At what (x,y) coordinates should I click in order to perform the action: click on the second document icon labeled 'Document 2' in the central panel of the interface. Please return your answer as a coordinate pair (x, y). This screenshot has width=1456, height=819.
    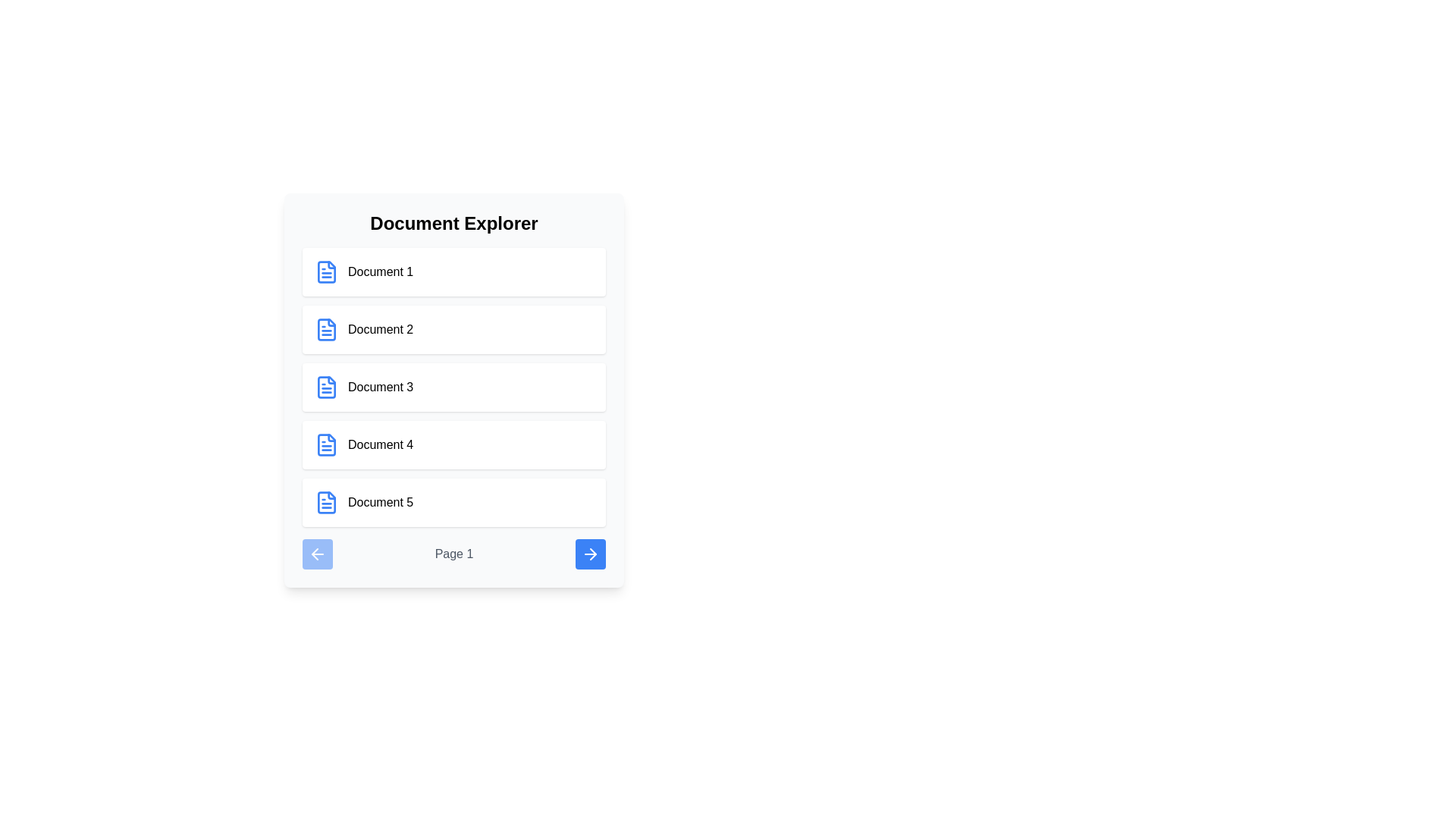
    Looking at the image, I should click on (326, 329).